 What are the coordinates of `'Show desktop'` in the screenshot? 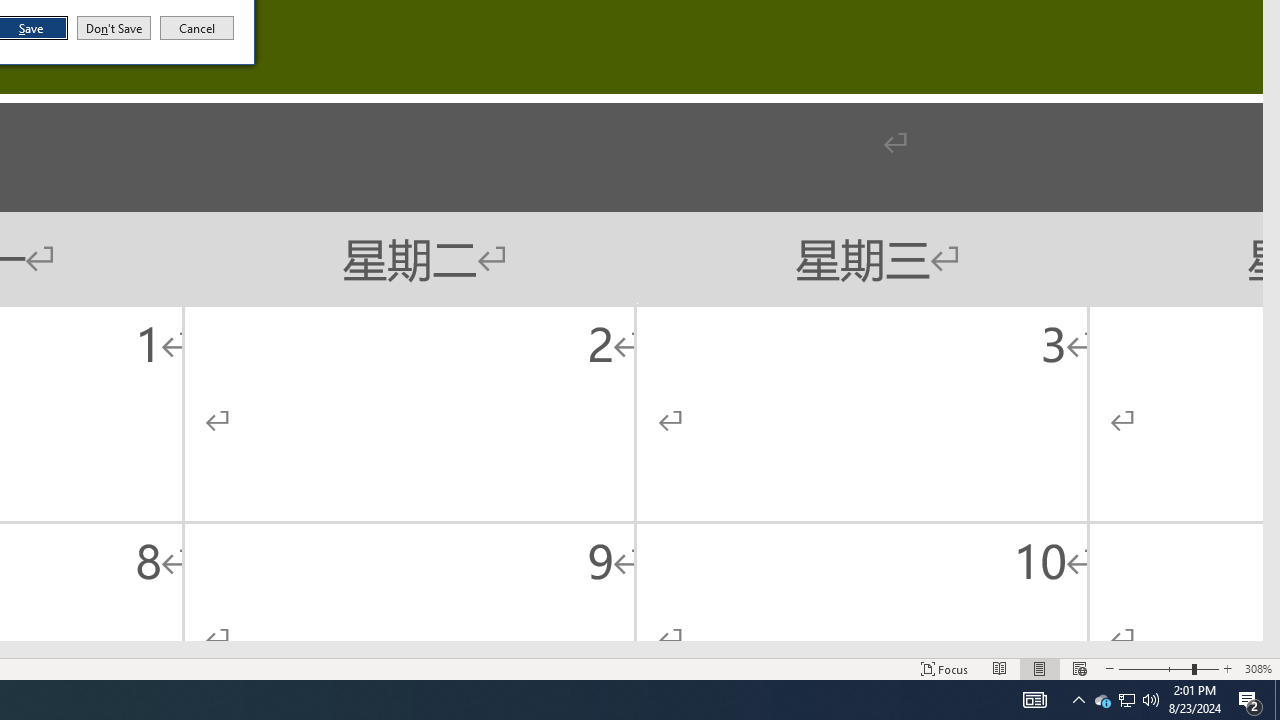 It's located at (1276, 698).